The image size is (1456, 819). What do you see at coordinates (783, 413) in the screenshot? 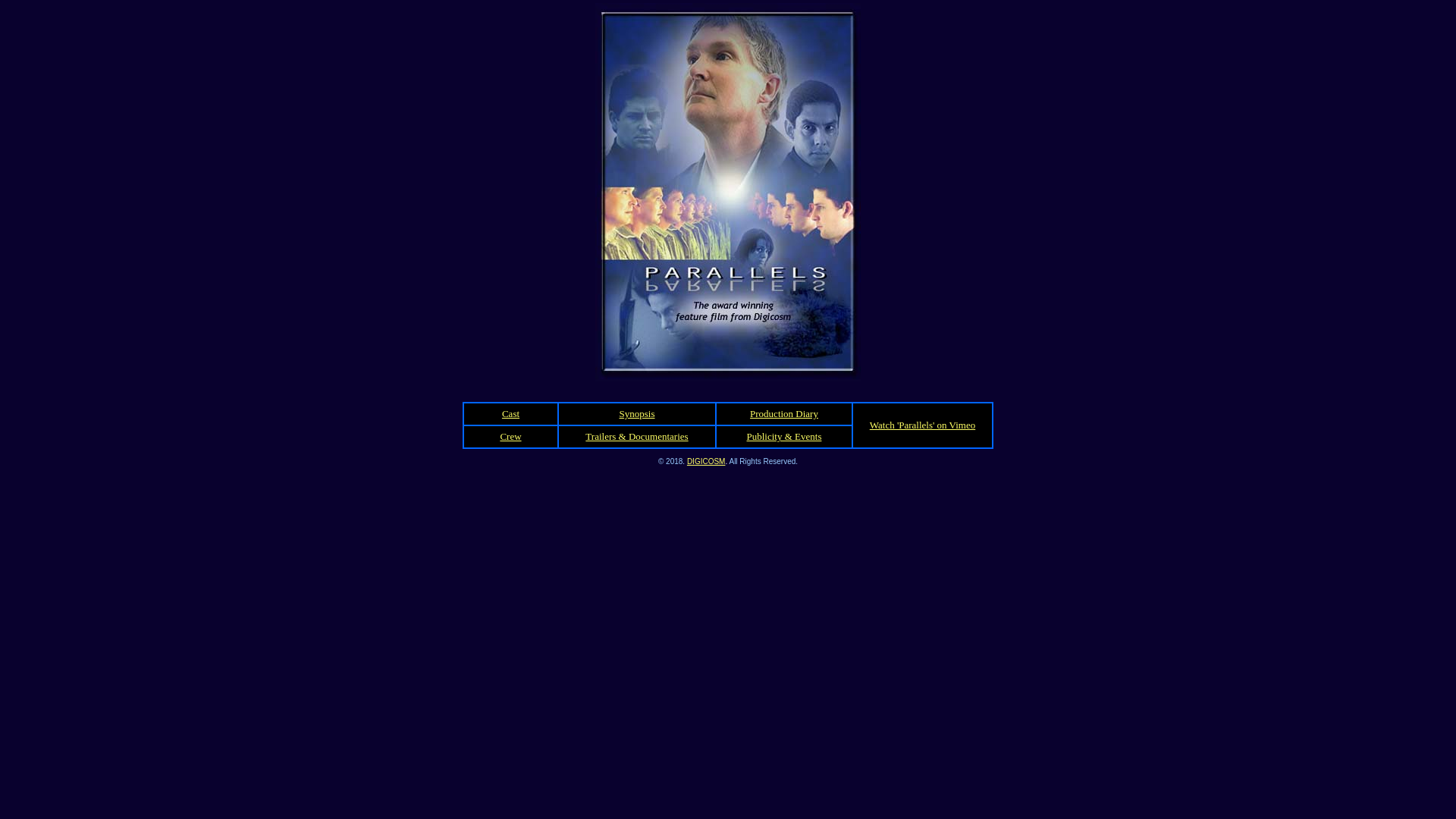
I see `'Production Diary'` at bounding box center [783, 413].